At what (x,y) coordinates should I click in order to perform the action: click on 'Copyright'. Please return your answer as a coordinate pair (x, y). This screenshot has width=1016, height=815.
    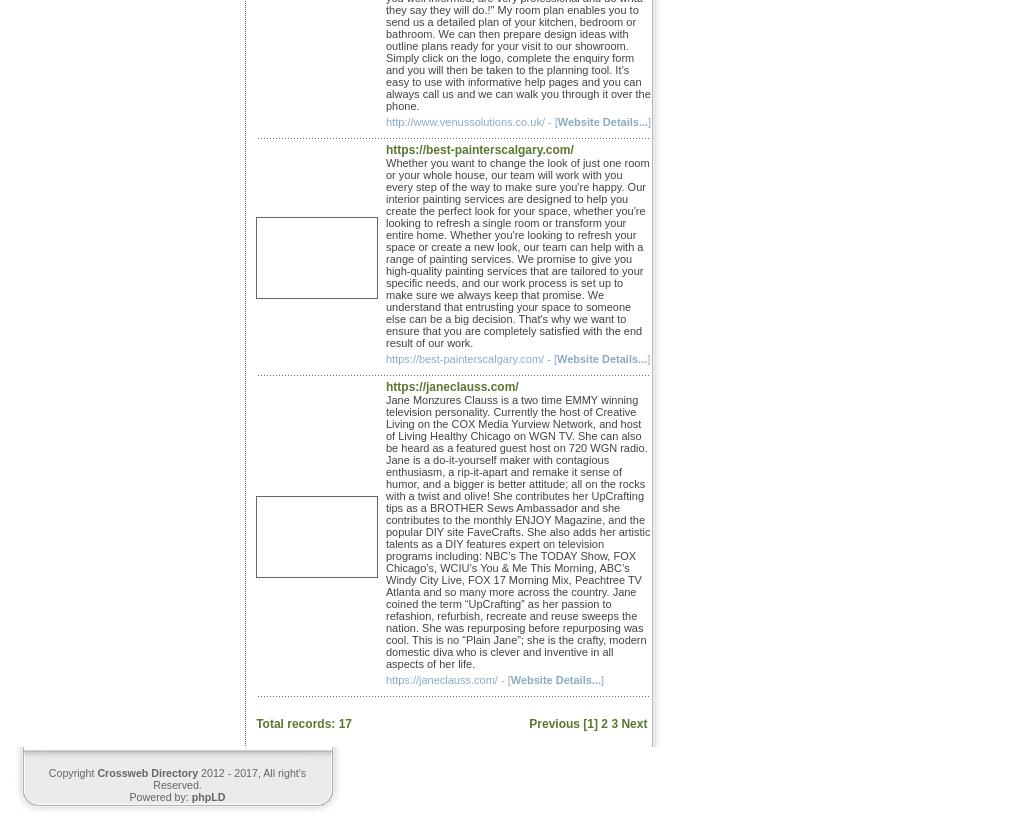
    Looking at the image, I should click on (72, 771).